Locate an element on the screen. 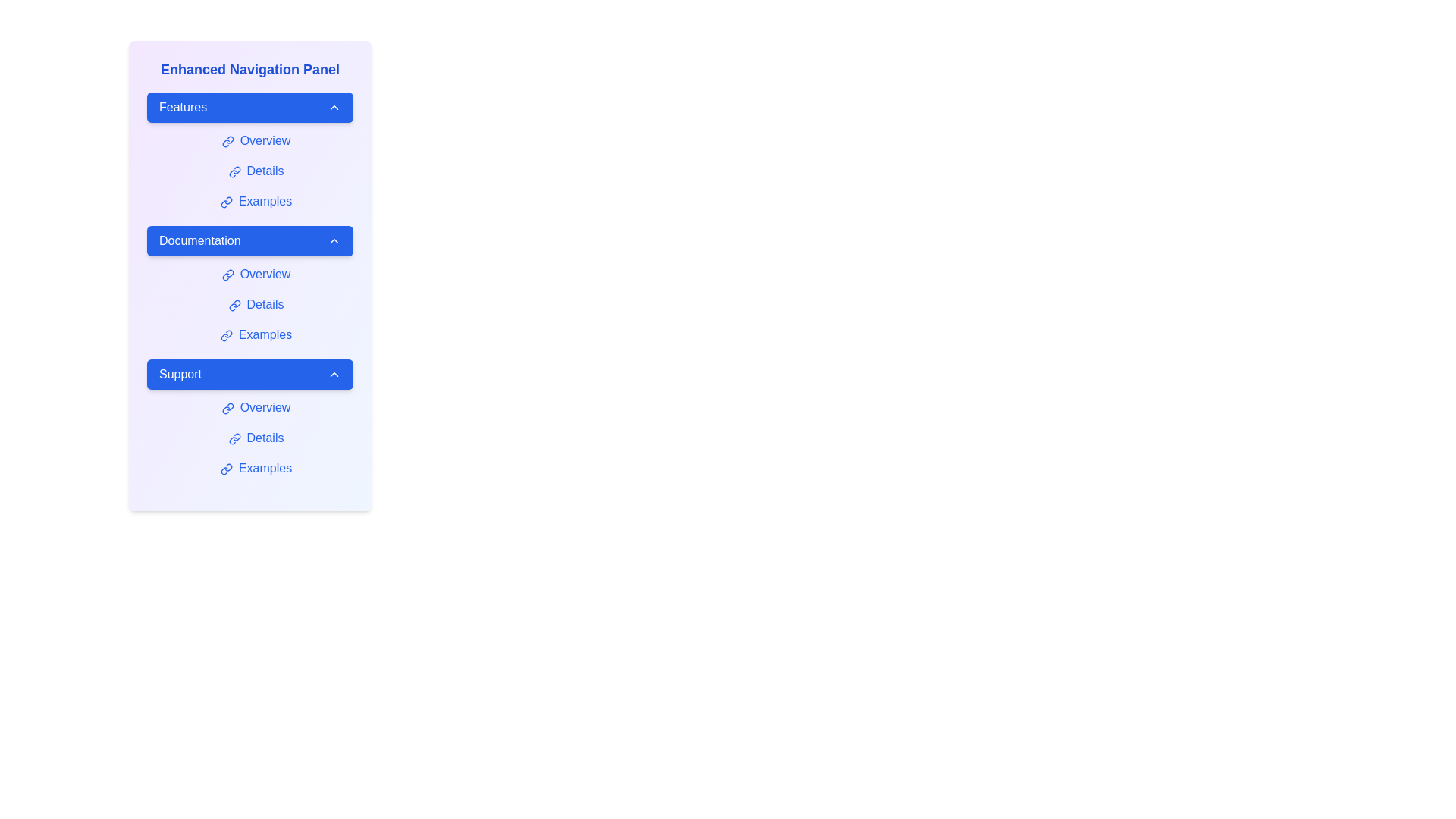  small blue SVG link icon located at the beginning of the 'Overview' hyperlink under the 'Documentation' section of the vertical navigation menu is located at coordinates (227, 275).